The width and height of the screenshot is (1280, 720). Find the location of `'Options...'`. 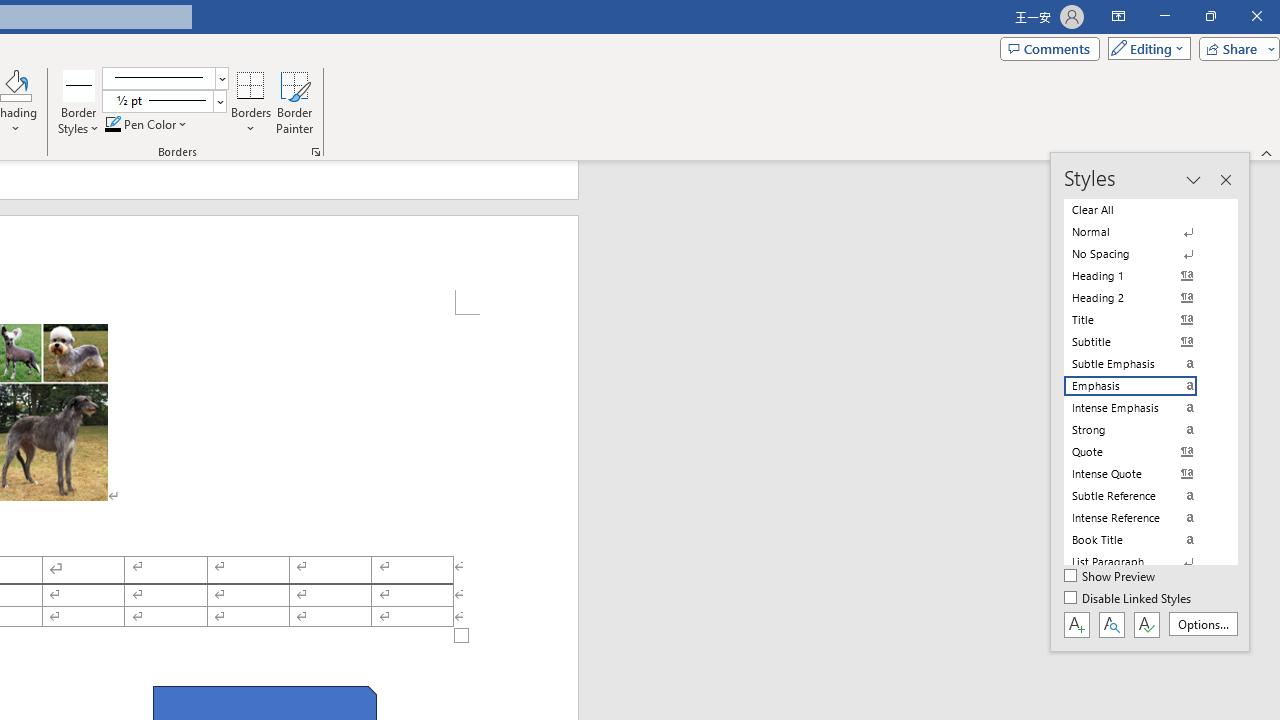

'Options...' is located at coordinates (1202, 622).